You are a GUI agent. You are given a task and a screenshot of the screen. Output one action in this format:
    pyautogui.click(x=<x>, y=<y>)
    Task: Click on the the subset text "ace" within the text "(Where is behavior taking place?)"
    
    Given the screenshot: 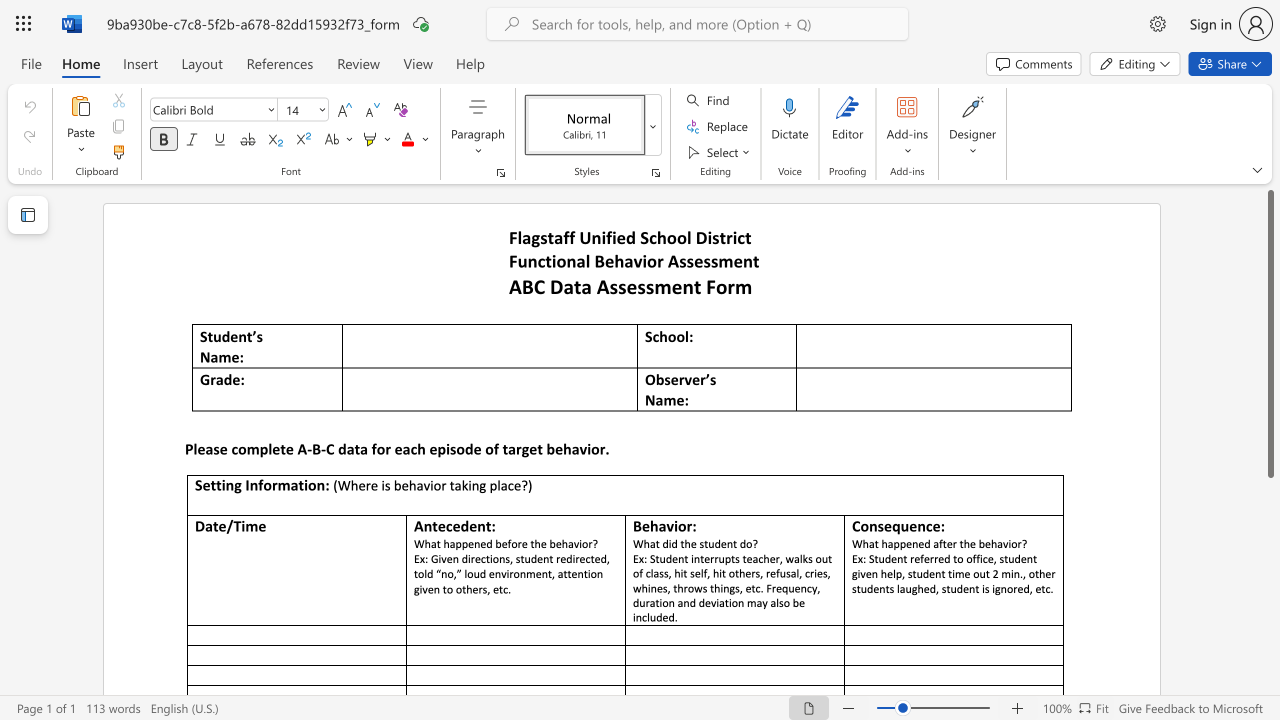 What is the action you would take?
    pyautogui.click(x=500, y=485)
    